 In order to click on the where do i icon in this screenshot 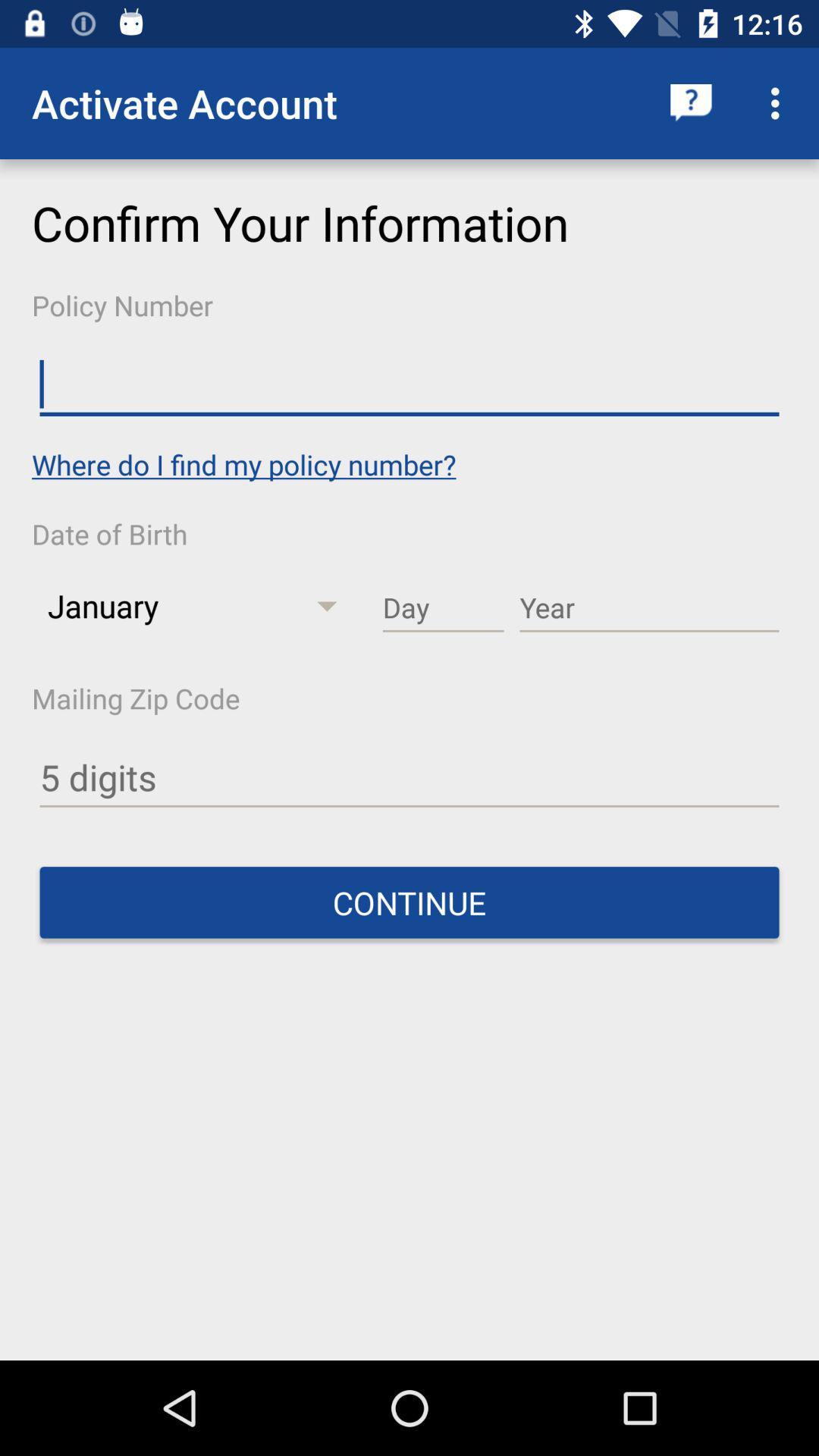, I will do `click(243, 463)`.